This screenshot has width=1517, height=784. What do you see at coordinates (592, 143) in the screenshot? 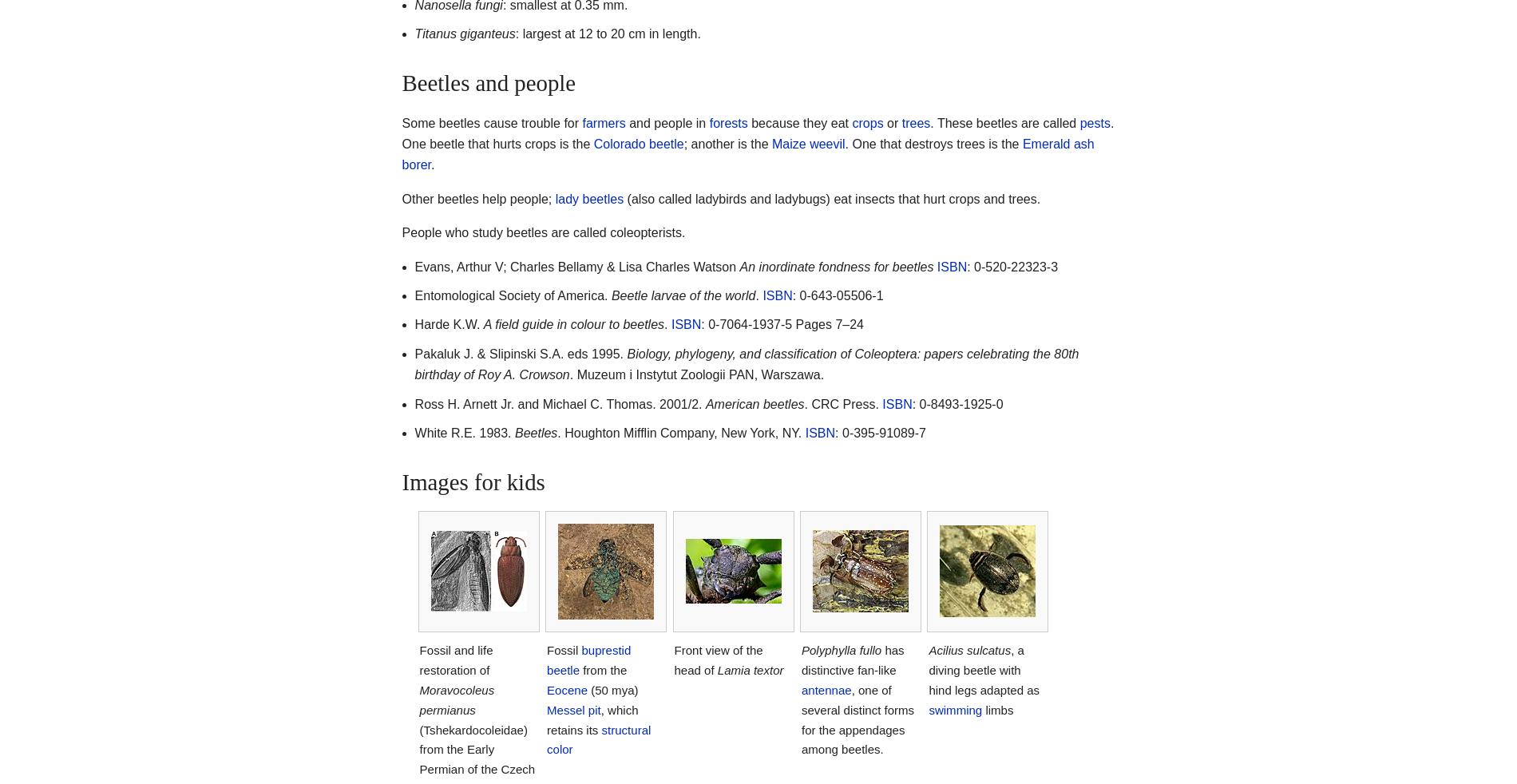
I see `'Colorado beetle'` at bounding box center [592, 143].